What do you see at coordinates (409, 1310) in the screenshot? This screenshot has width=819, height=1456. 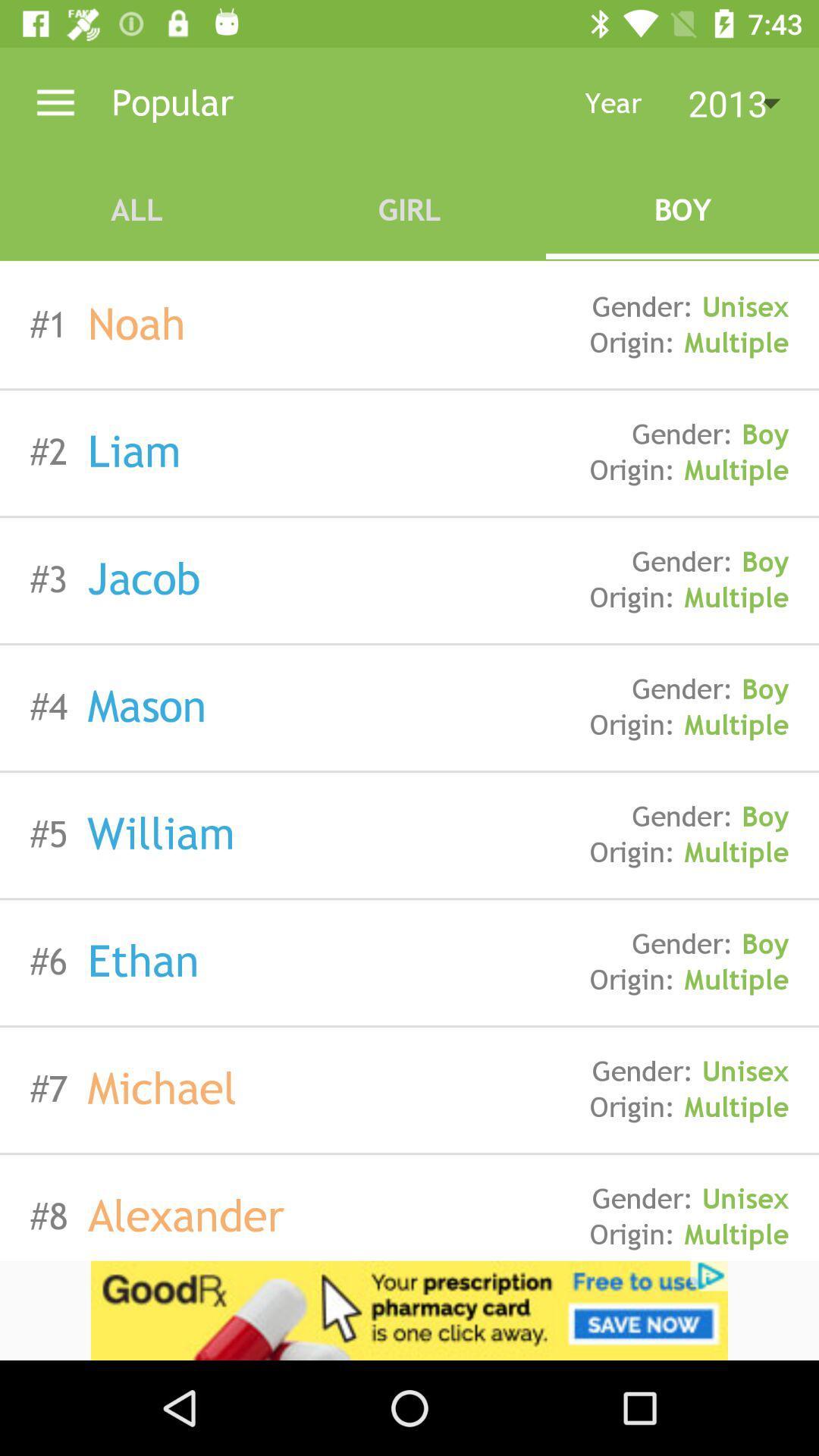 I see `advertising pop up banner` at bounding box center [409, 1310].